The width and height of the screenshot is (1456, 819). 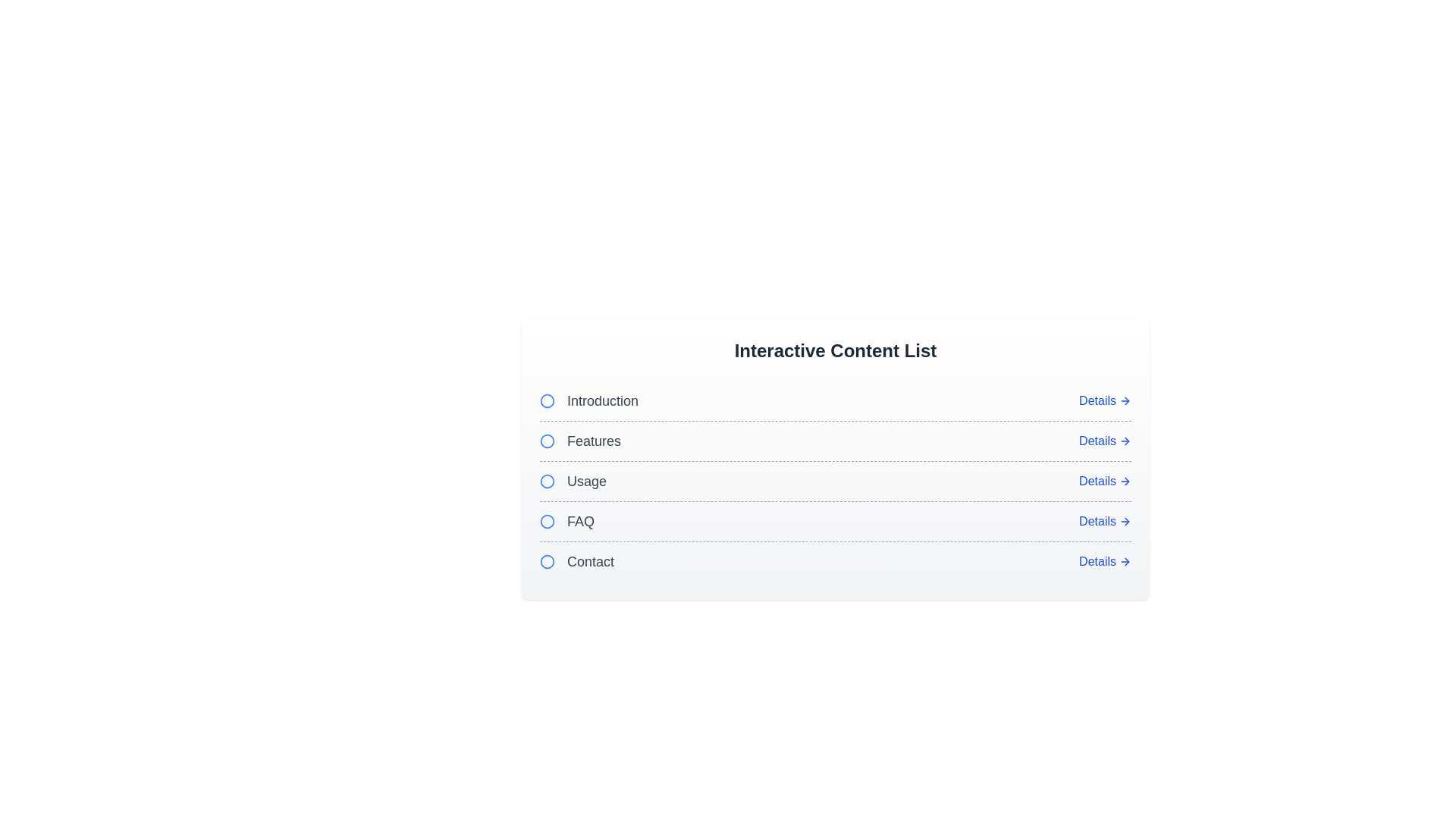 I want to click on the arrow icon located to the immediate right of the 'Details' text in the fifth row of the list, so click(x=1125, y=400).